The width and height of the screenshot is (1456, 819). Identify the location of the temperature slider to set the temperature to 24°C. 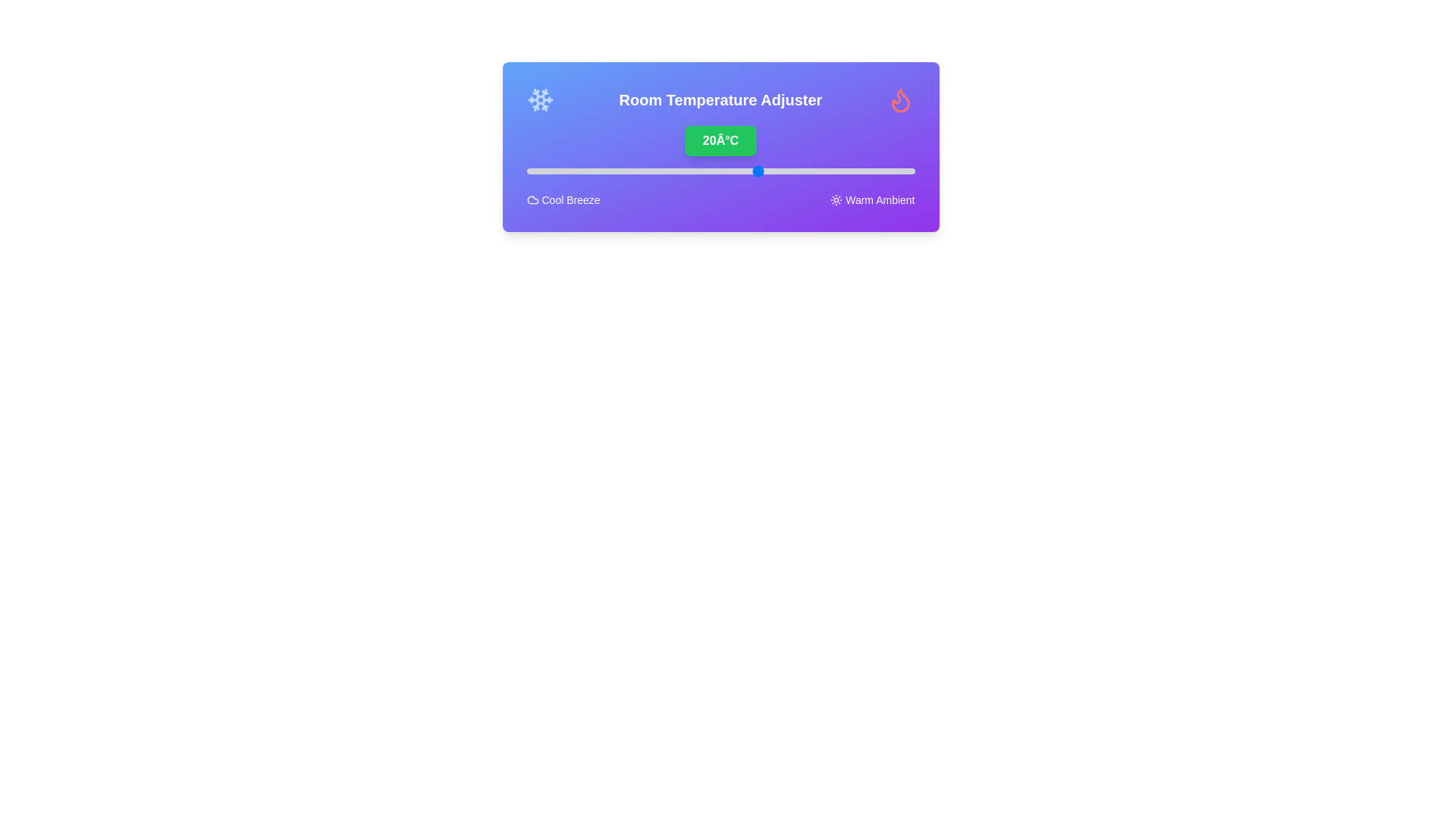
(789, 171).